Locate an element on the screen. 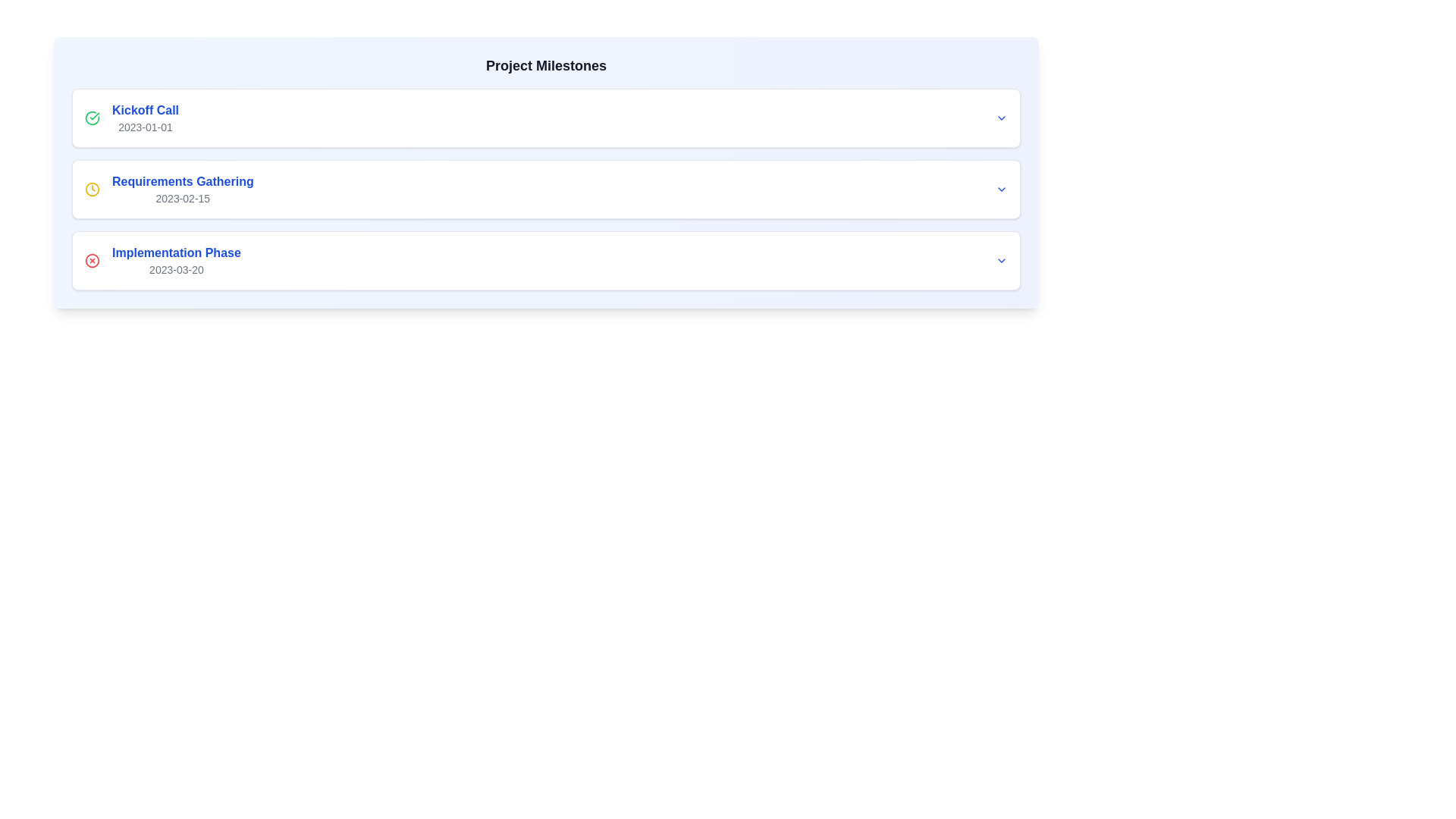 Image resolution: width=1456 pixels, height=819 pixels. the SVG circle element that represents the milestone status, located to the left of the 'Implementation Phase' milestone entry is located at coordinates (91, 259).